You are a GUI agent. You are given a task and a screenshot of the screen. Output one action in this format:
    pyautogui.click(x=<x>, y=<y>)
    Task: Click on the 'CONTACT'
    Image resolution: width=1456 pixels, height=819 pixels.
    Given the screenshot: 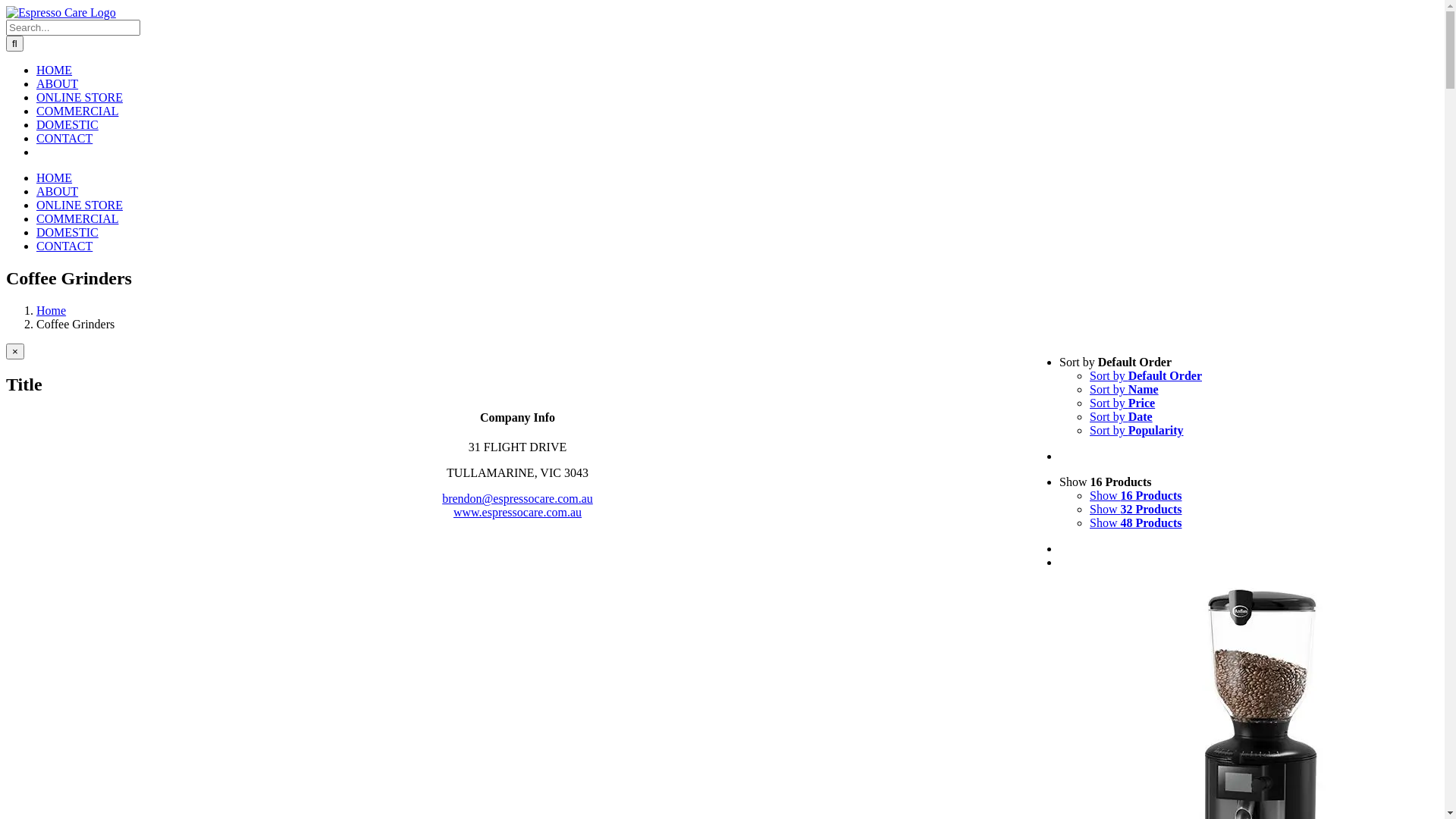 What is the action you would take?
    pyautogui.click(x=36, y=245)
    